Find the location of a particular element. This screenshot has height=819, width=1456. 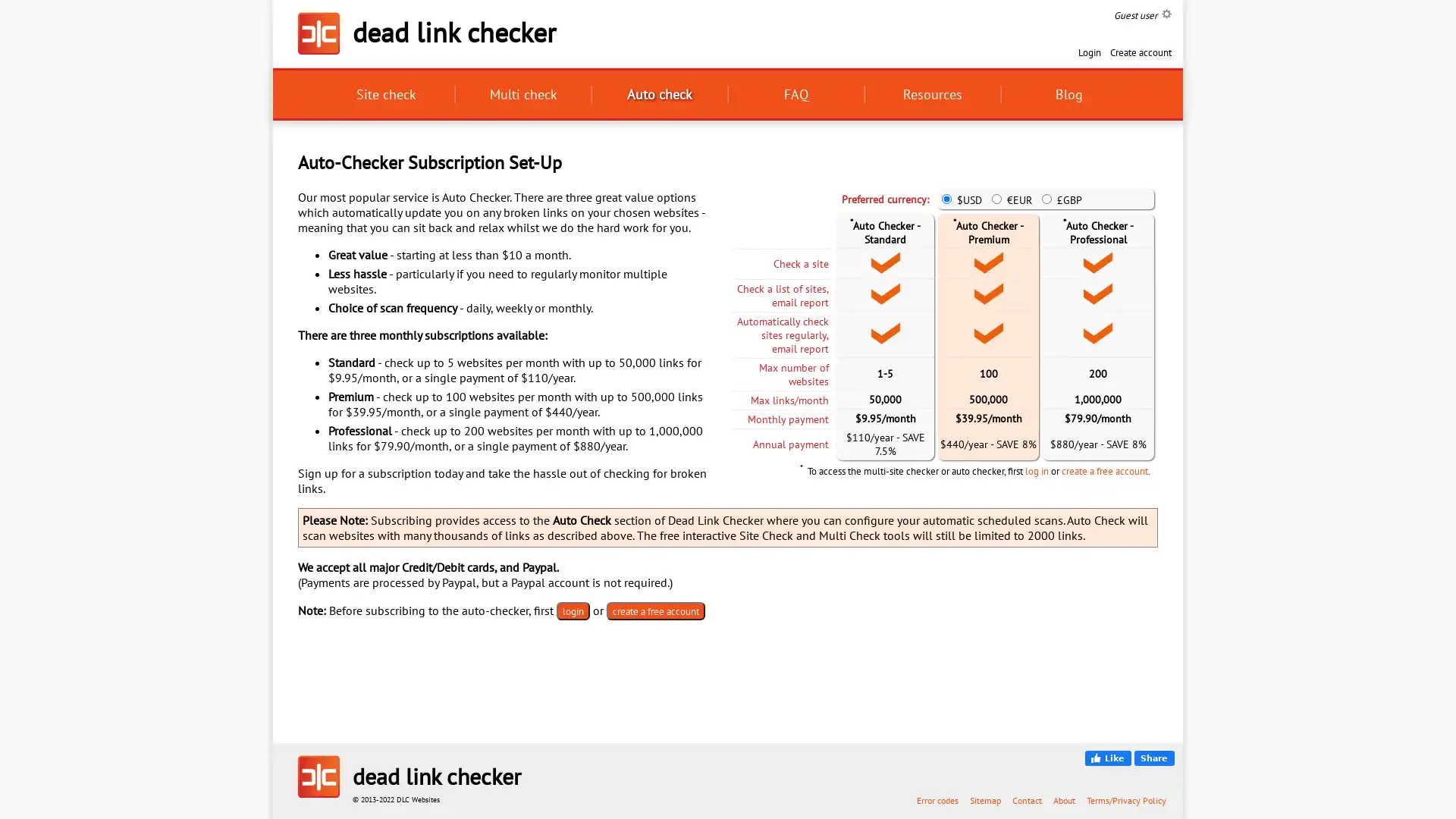

login is located at coordinates (572, 610).